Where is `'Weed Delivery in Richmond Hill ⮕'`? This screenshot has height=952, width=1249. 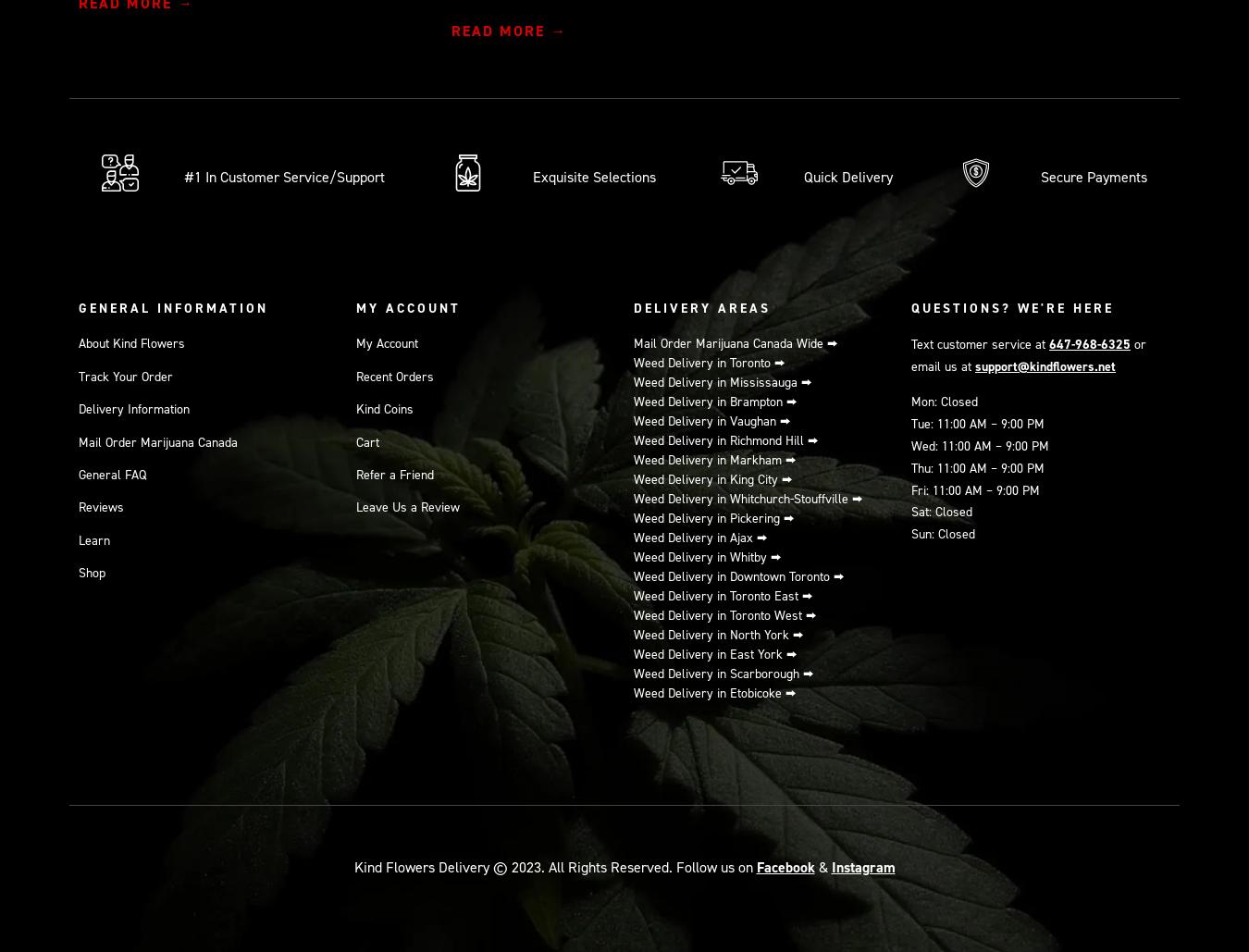
'Weed Delivery in Richmond Hill ⮕' is located at coordinates (725, 440).